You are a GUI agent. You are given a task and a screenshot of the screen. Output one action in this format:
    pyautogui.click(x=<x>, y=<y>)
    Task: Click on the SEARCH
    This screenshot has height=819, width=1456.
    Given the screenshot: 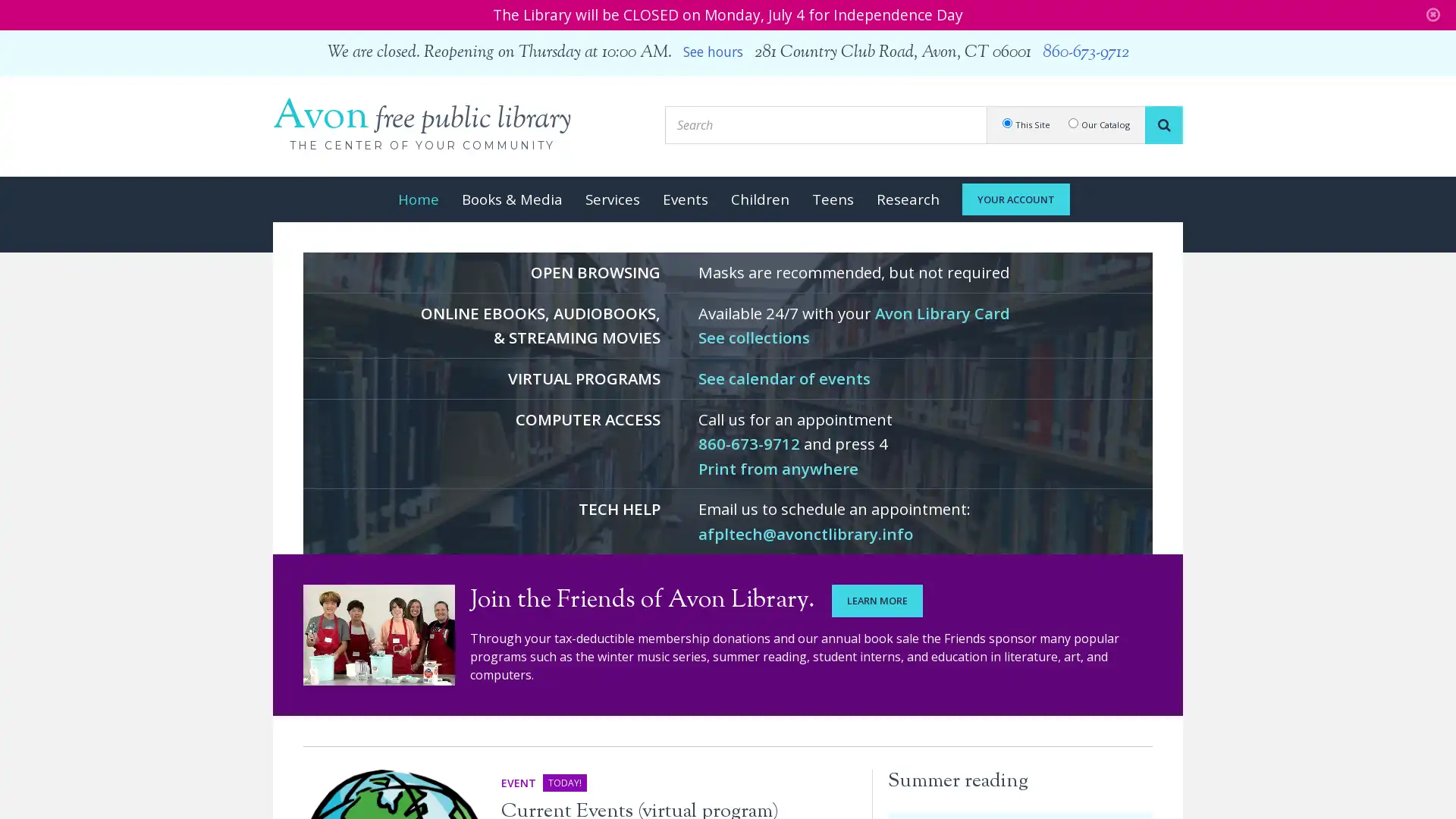 What is the action you would take?
    pyautogui.click(x=1163, y=124)
    